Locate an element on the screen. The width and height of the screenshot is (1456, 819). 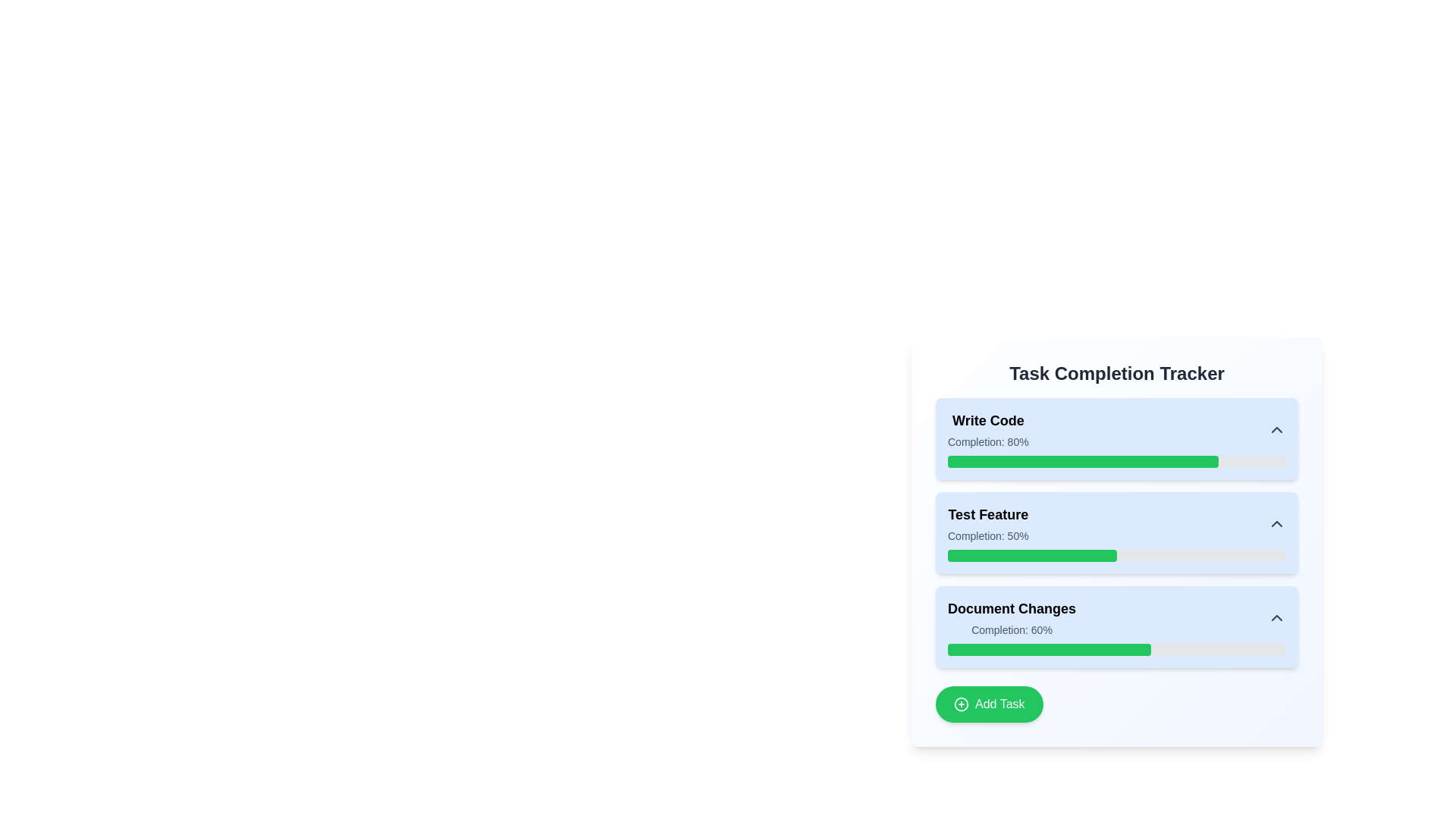
the text 'Add Task' within the green button located at the bottom-left corner of the task completion tracker interface is located at coordinates (999, 704).